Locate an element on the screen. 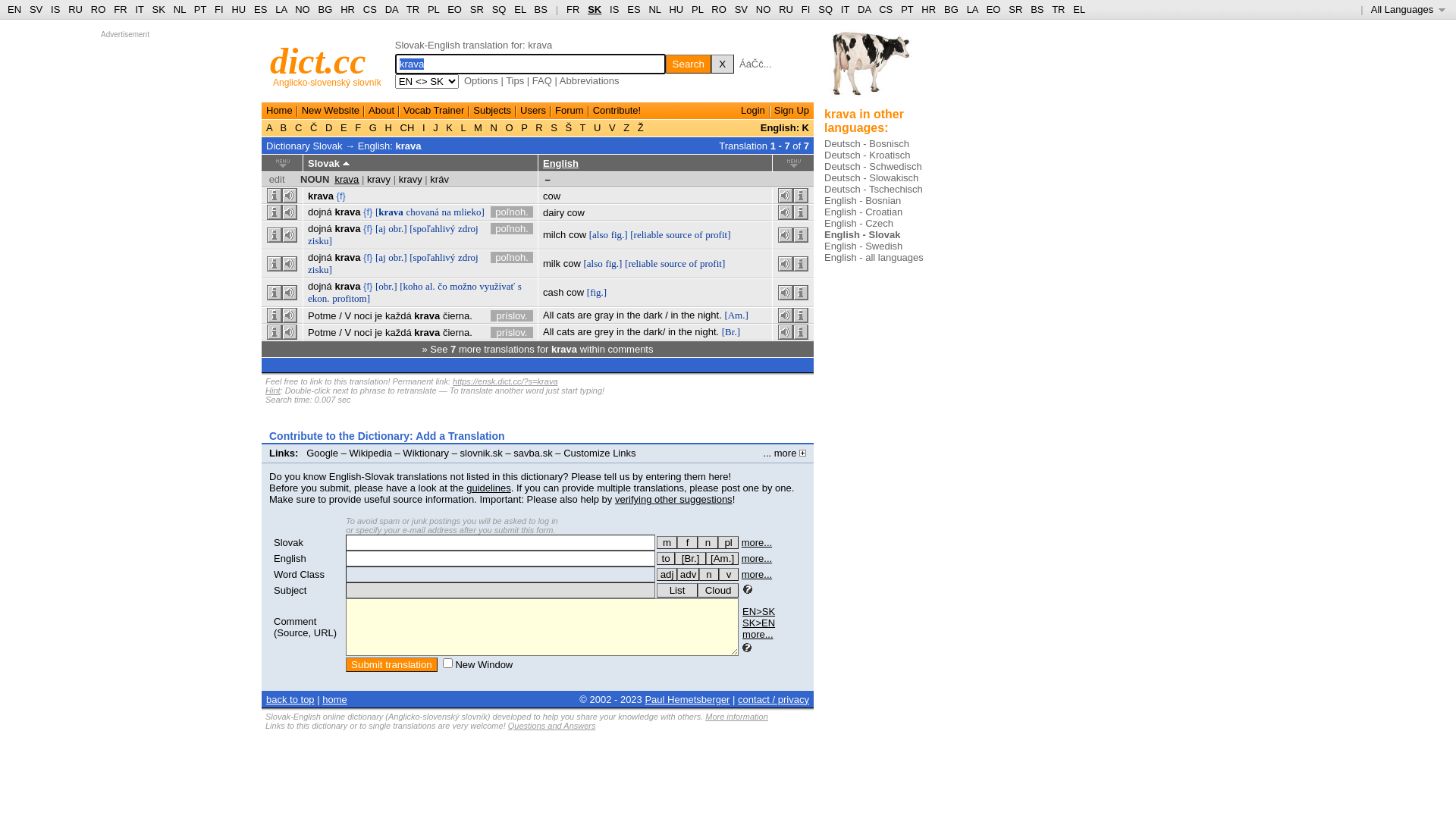 The image size is (1456, 819). 'cow' is located at coordinates (551, 194).